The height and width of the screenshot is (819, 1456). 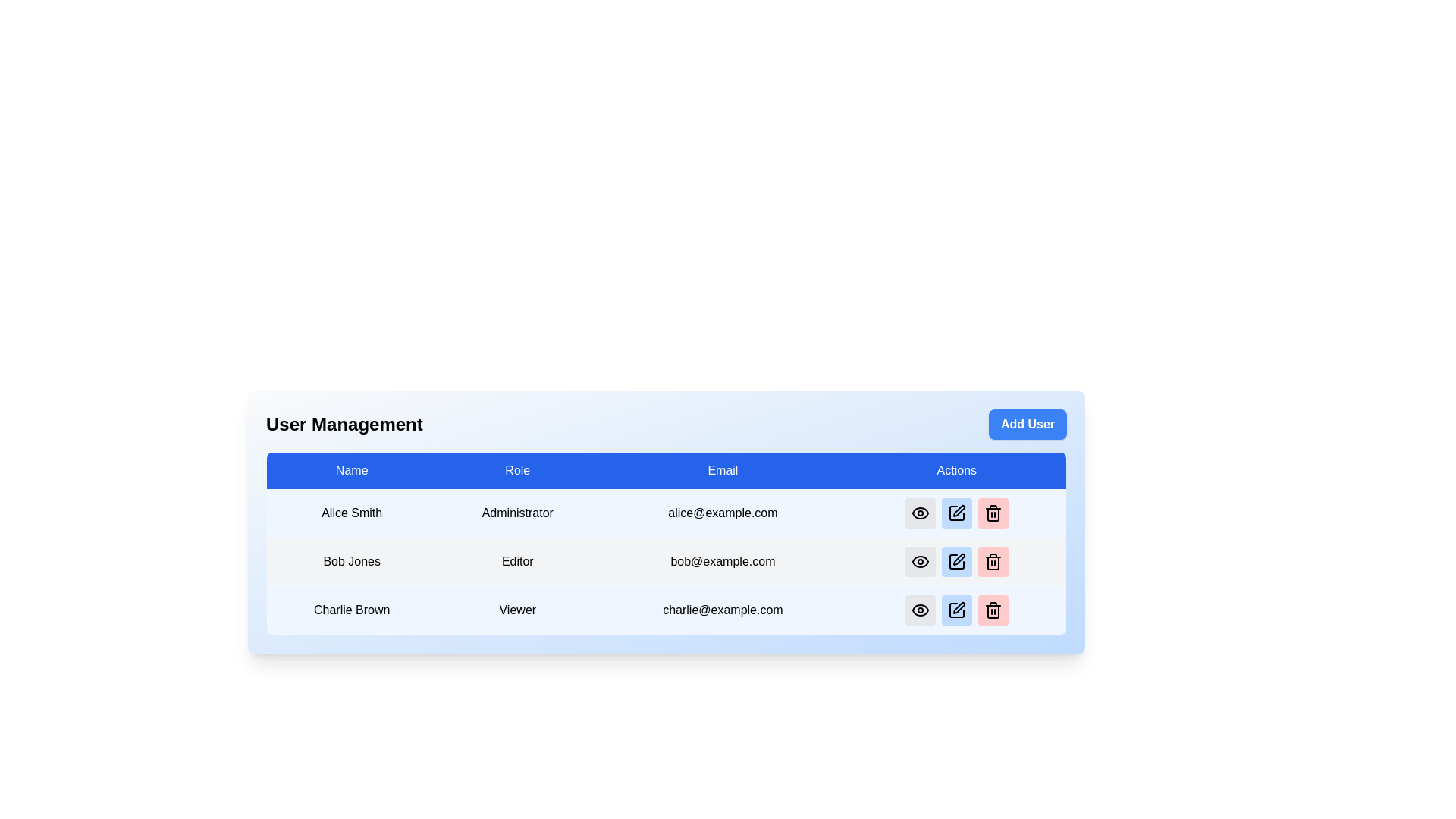 What do you see at coordinates (993, 561) in the screenshot?
I see `the delete button for user Bob Jones, which is the third action button in the rightmost column of the user management table in the second row` at bounding box center [993, 561].